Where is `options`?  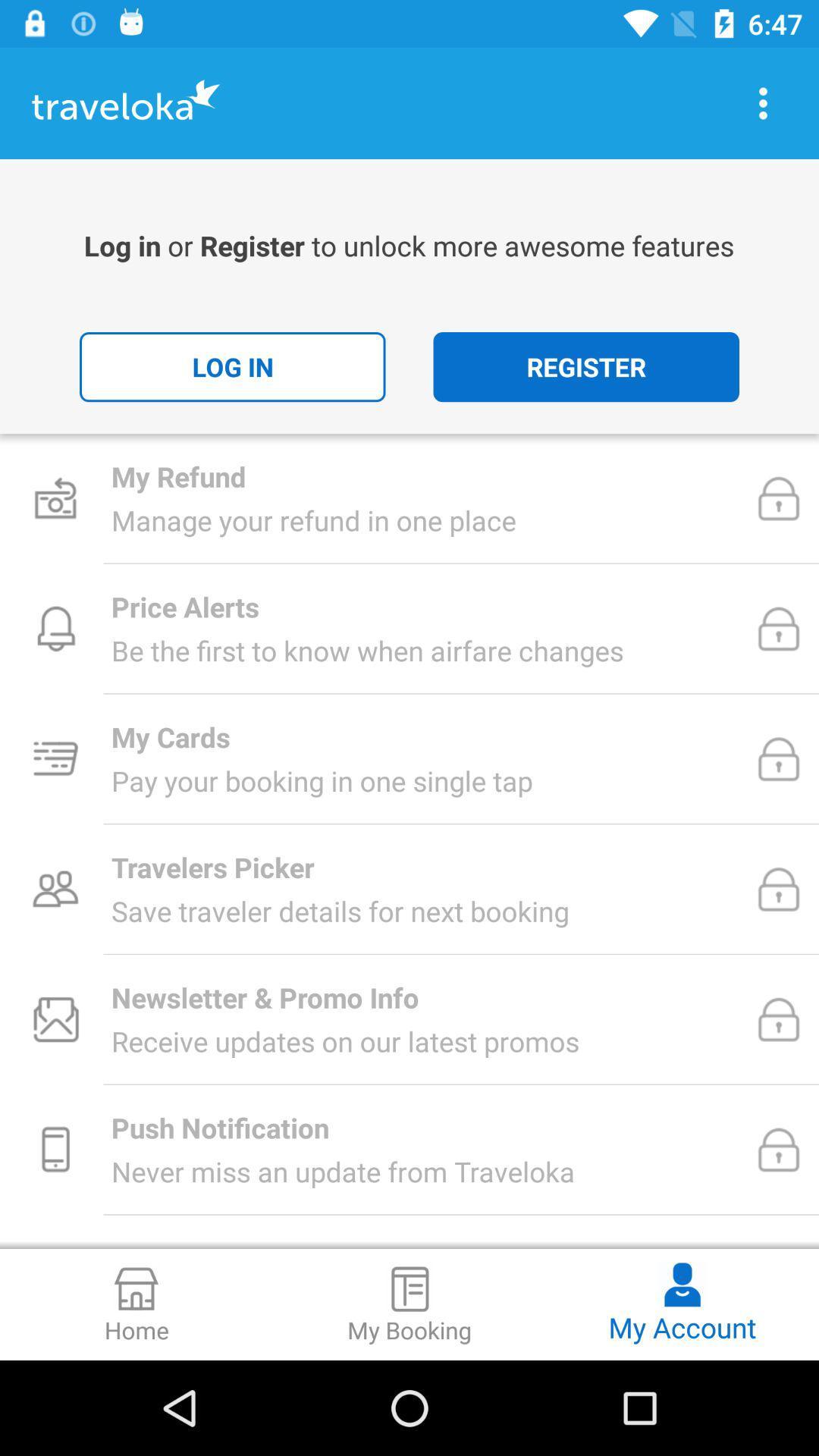
options is located at coordinates (763, 102).